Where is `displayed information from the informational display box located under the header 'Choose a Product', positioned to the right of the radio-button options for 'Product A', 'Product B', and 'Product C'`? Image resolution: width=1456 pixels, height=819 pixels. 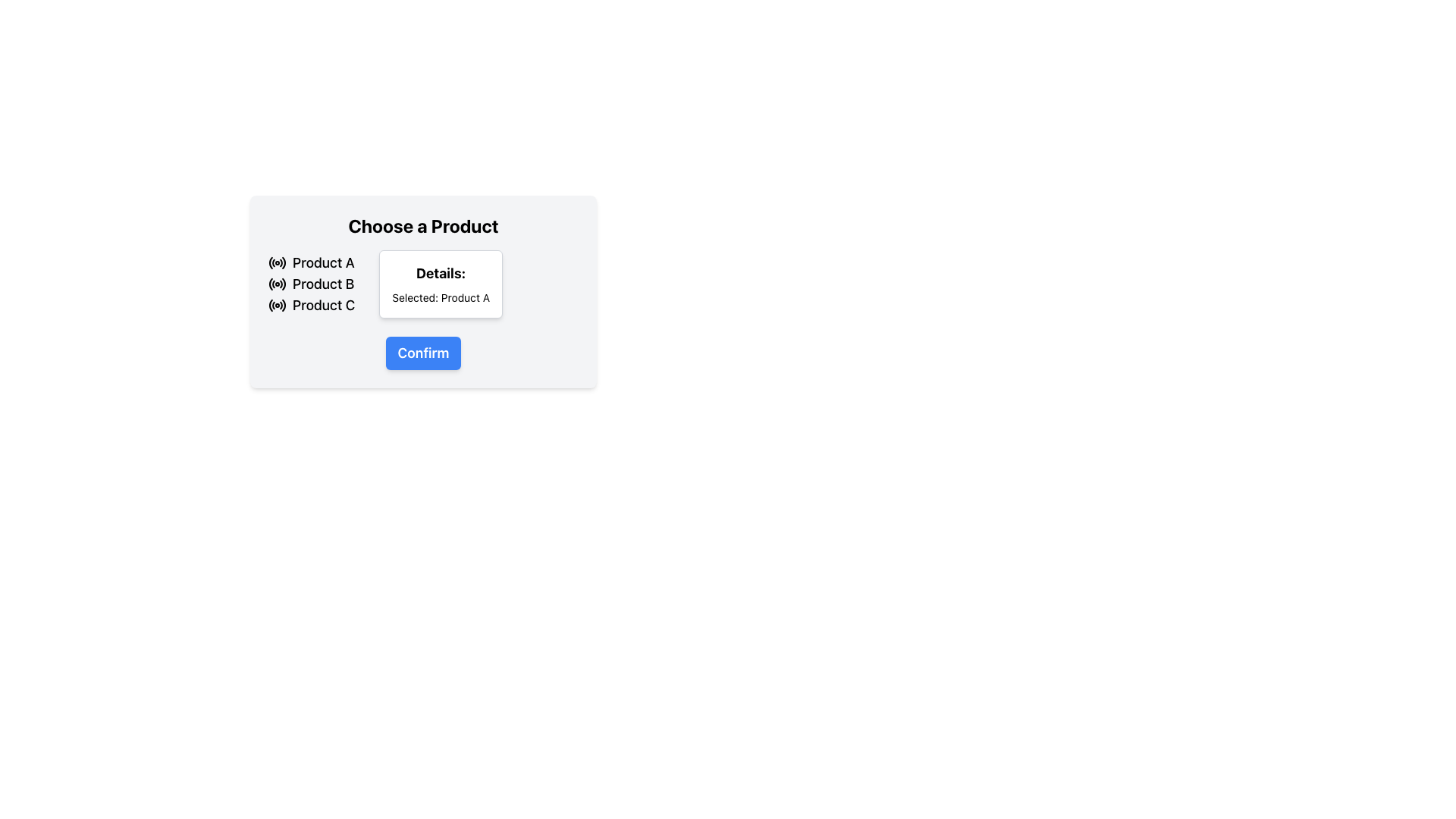 displayed information from the informational display box located under the header 'Choose a Product', positioned to the right of the radio-button options for 'Product A', 'Product B', and 'Product C' is located at coordinates (423, 284).